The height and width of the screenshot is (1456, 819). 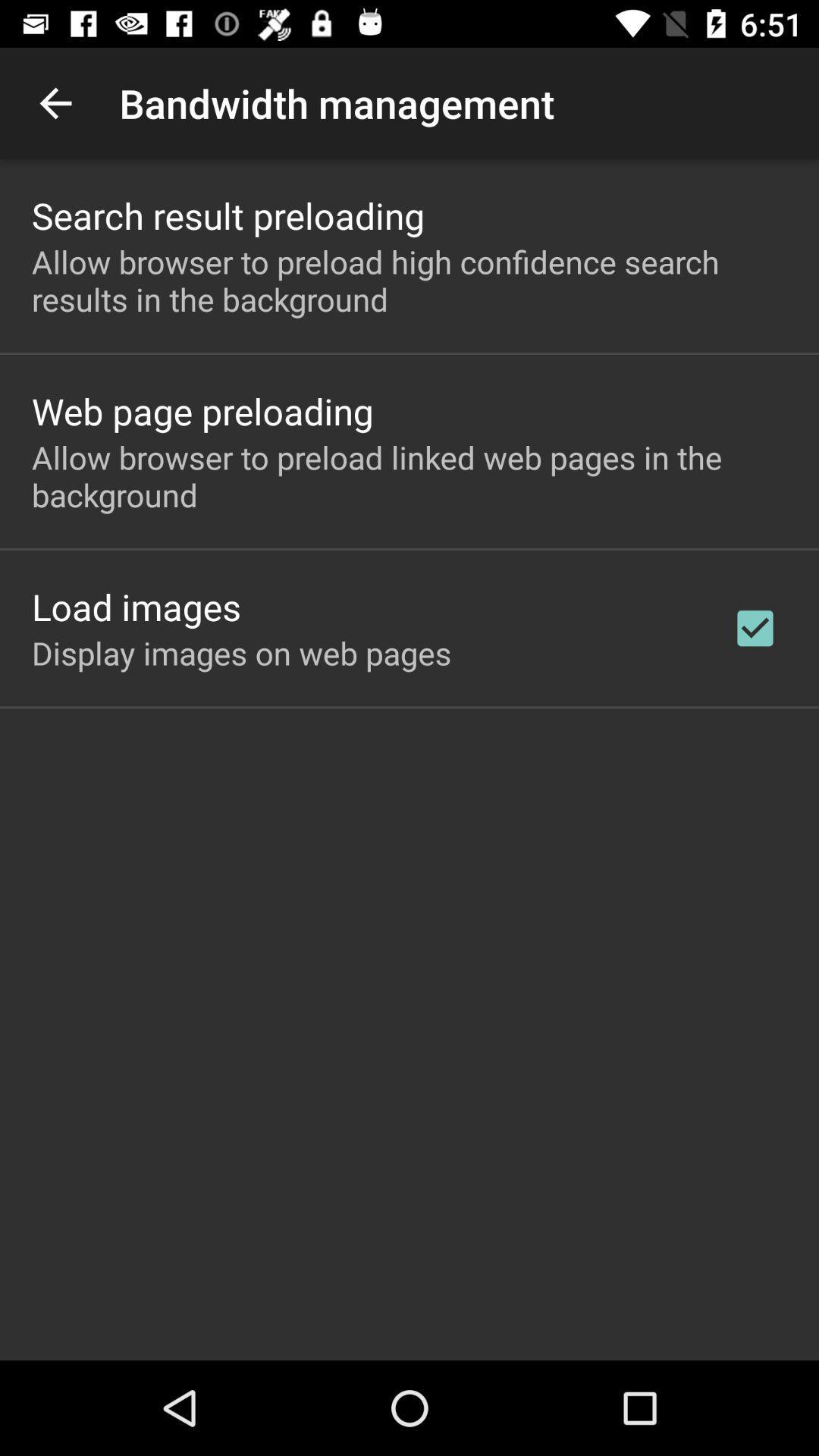 What do you see at coordinates (55, 102) in the screenshot?
I see `the icon to the left of the bandwidth management app` at bounding box center [55, 102].